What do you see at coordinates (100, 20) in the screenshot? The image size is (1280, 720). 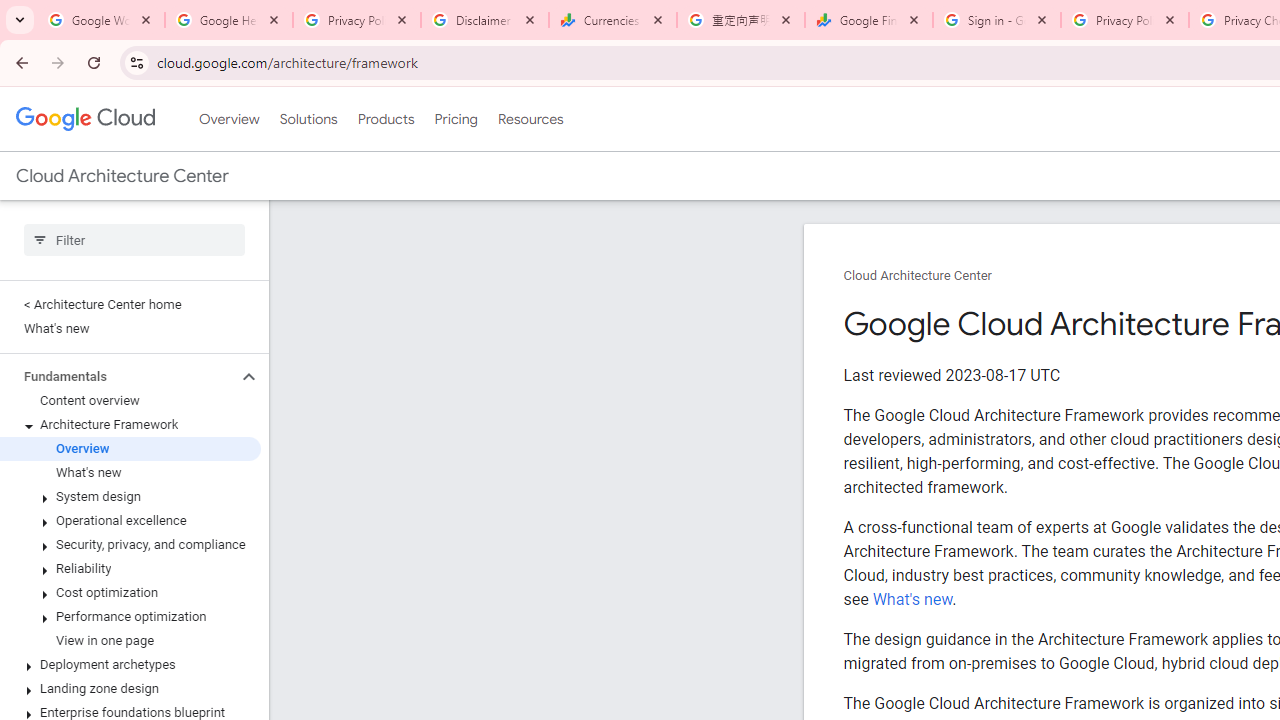 I see `'Google Workspace Admin Community'` at bounding box center [100, 20].